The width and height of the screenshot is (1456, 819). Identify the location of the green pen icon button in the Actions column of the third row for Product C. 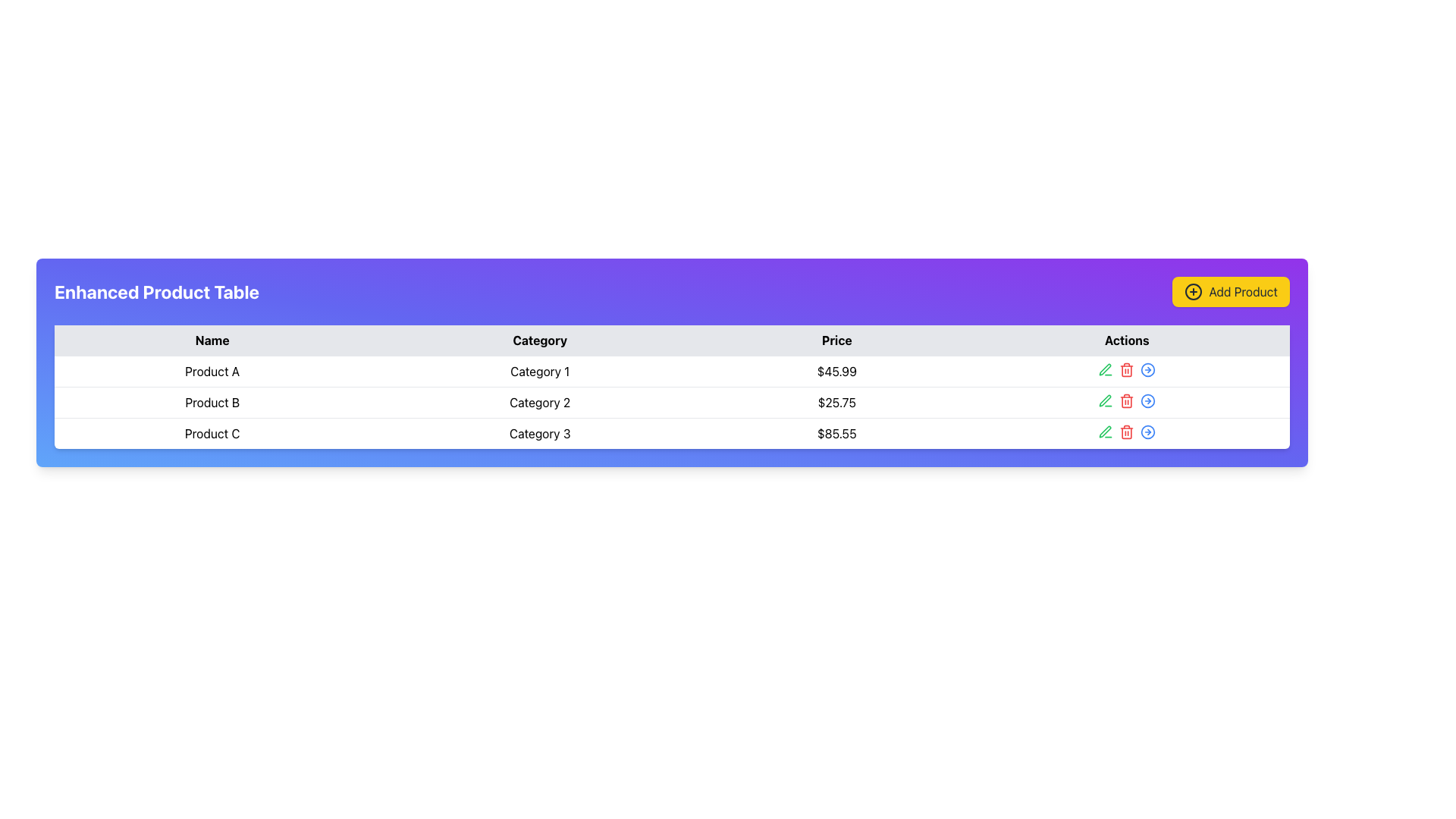
(1105, 369).